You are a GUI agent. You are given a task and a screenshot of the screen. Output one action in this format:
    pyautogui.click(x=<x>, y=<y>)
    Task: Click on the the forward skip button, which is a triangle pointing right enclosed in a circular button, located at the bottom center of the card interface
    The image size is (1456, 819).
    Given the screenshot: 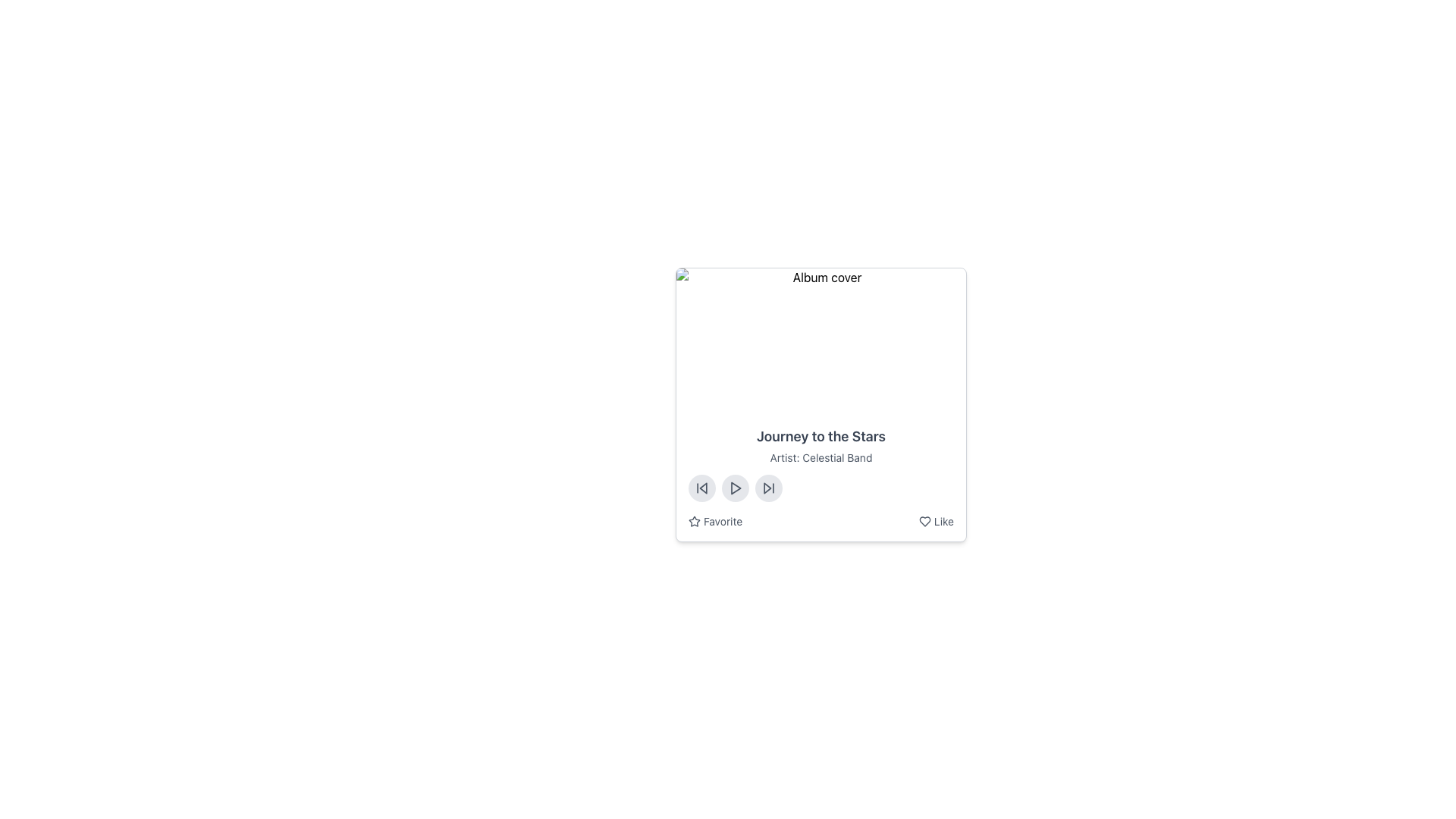 What is the action you would take?
    pyautogui.click(x=768, y=488)
    